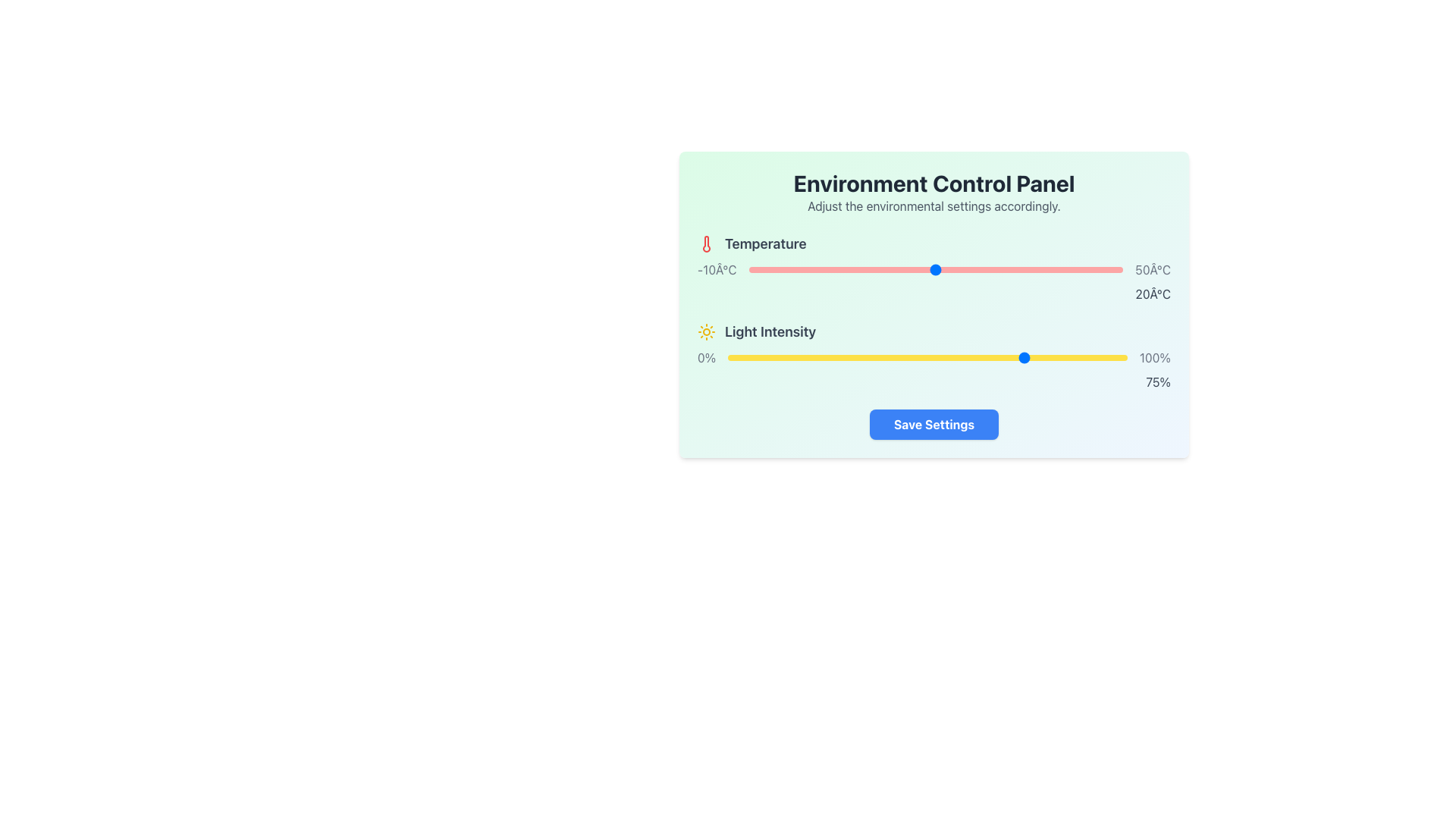 Image resolution: width=1456 pixels, height=819 pixels. I want to click on light intensity, so click(764, 357).